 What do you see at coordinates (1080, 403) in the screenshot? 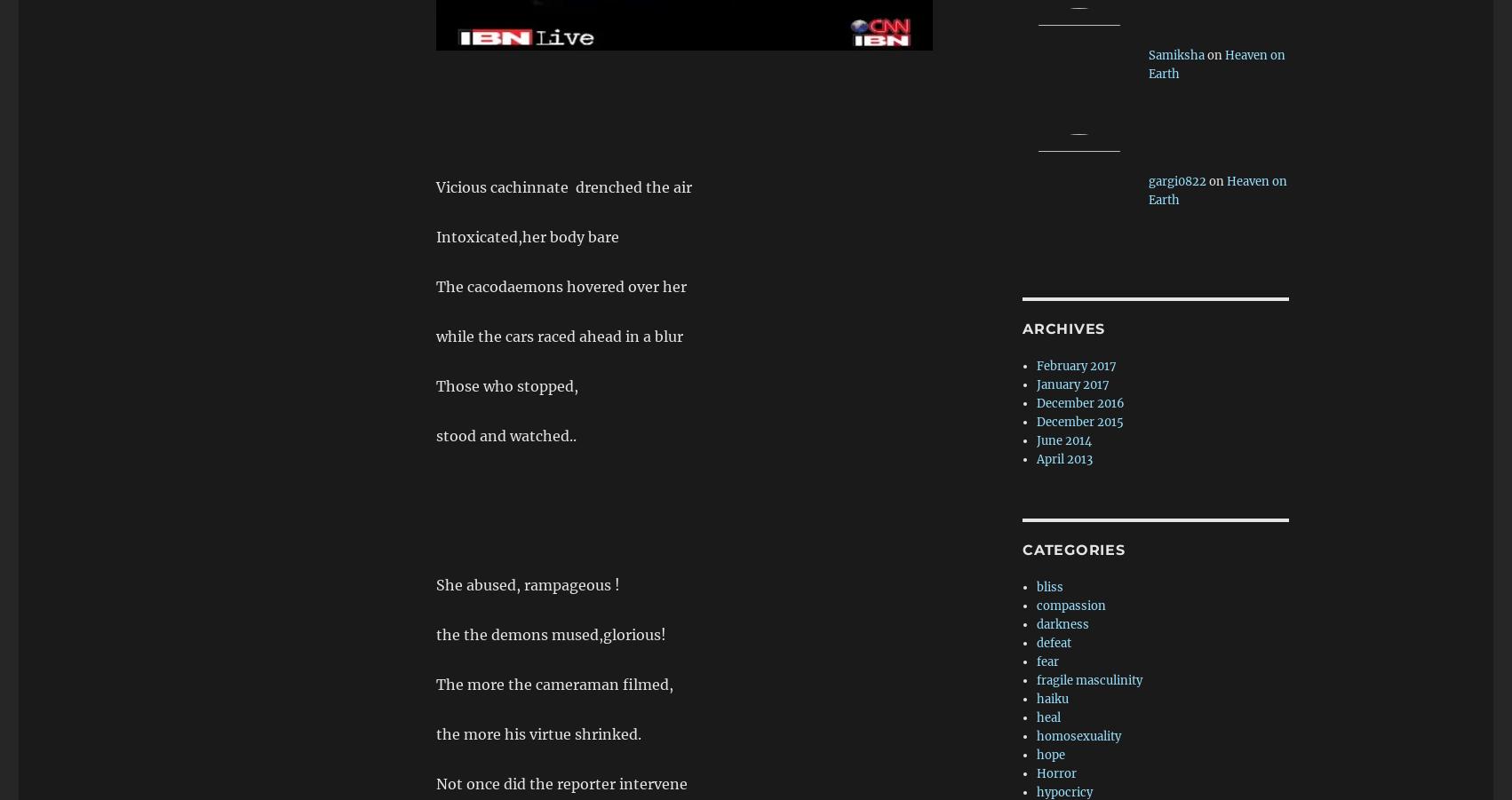
I see `'December 2016'` at bounding box center [1080, 403].